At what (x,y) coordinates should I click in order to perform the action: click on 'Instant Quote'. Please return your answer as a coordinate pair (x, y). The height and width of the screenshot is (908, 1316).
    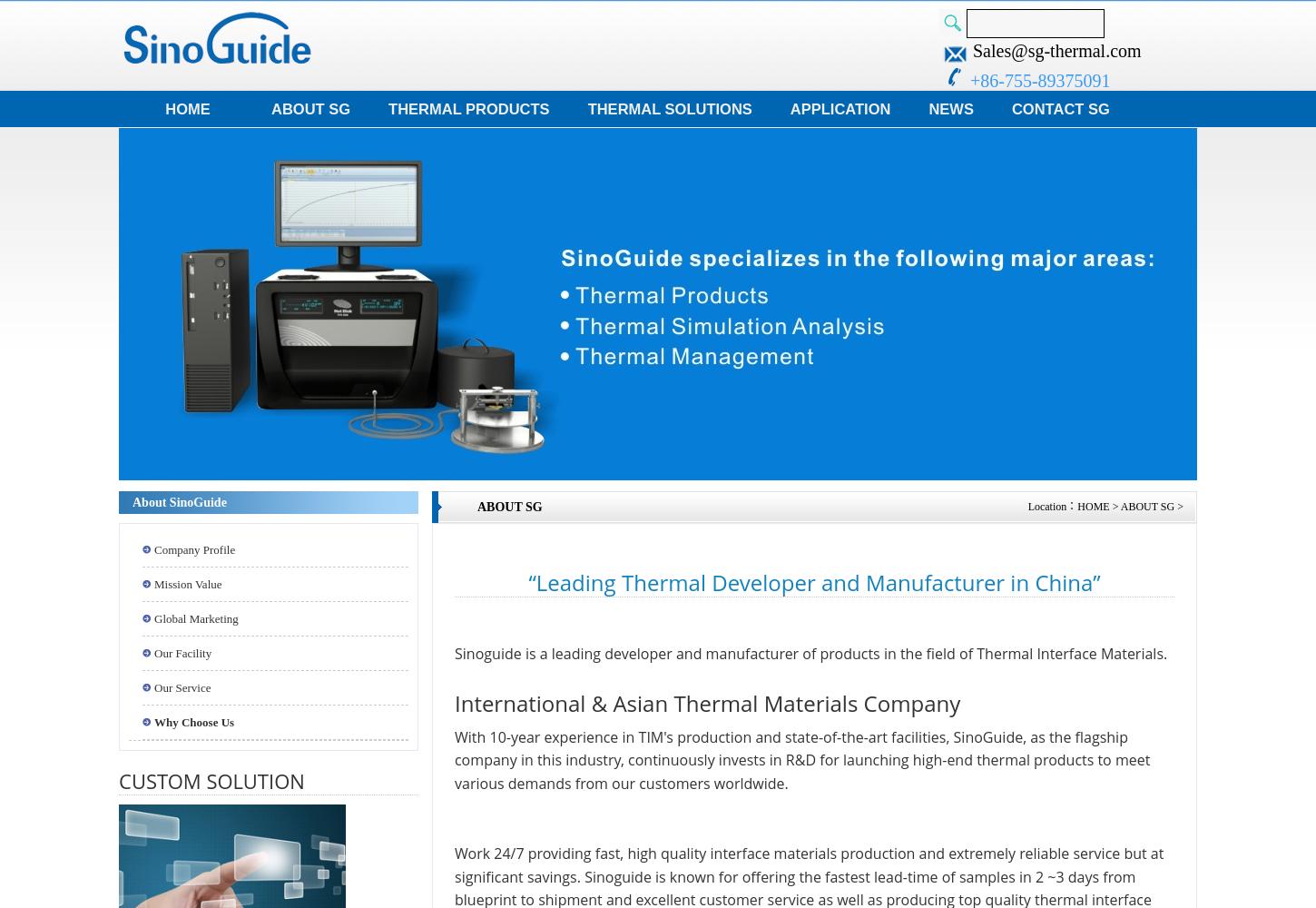
    Looking at the image, I should click on (56, 21).